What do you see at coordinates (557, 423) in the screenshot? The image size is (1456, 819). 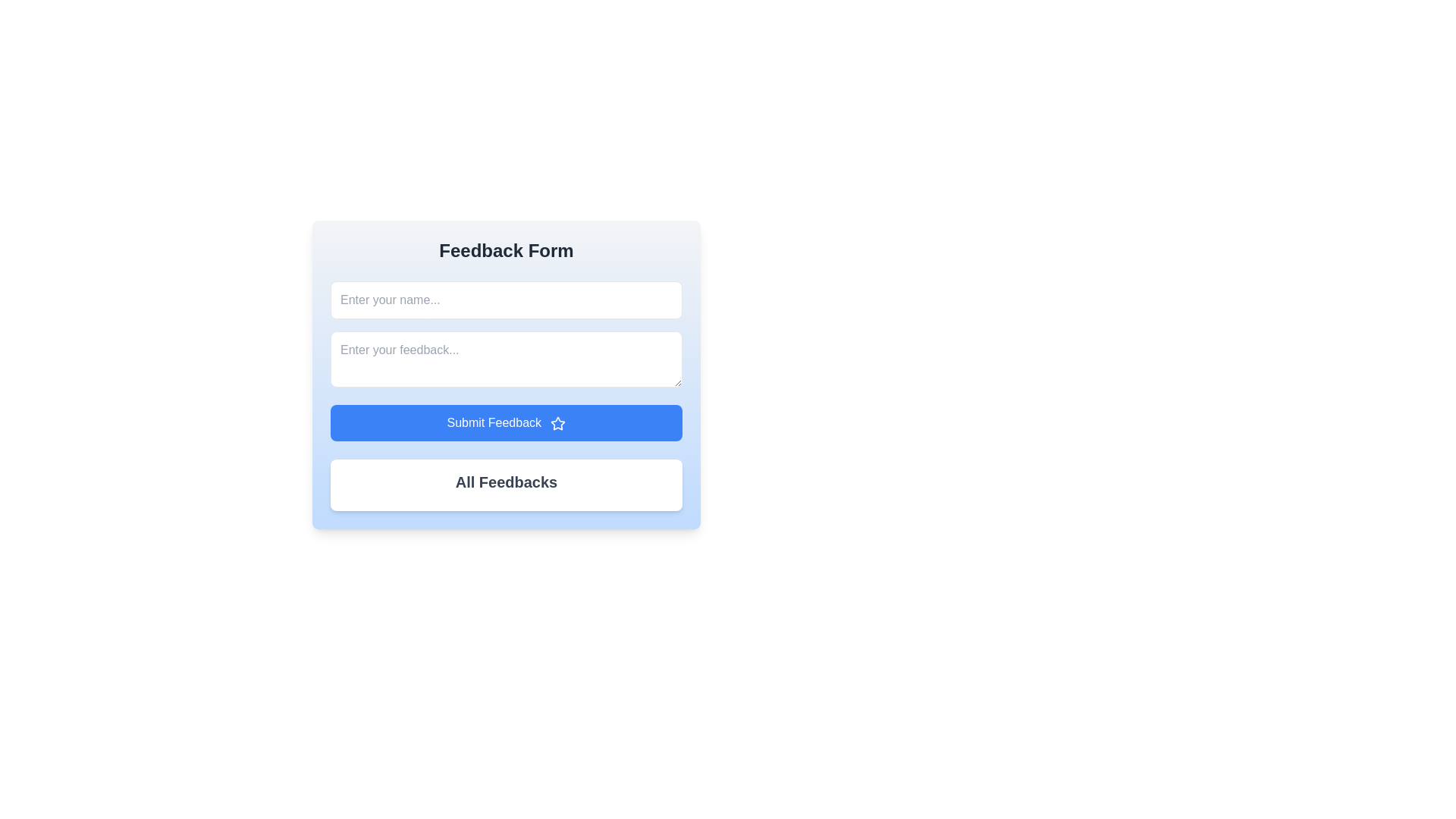 I see `the star icon located to the right of the 'Submit Feedback' text on the blue button` at bounding box center [557, 423].